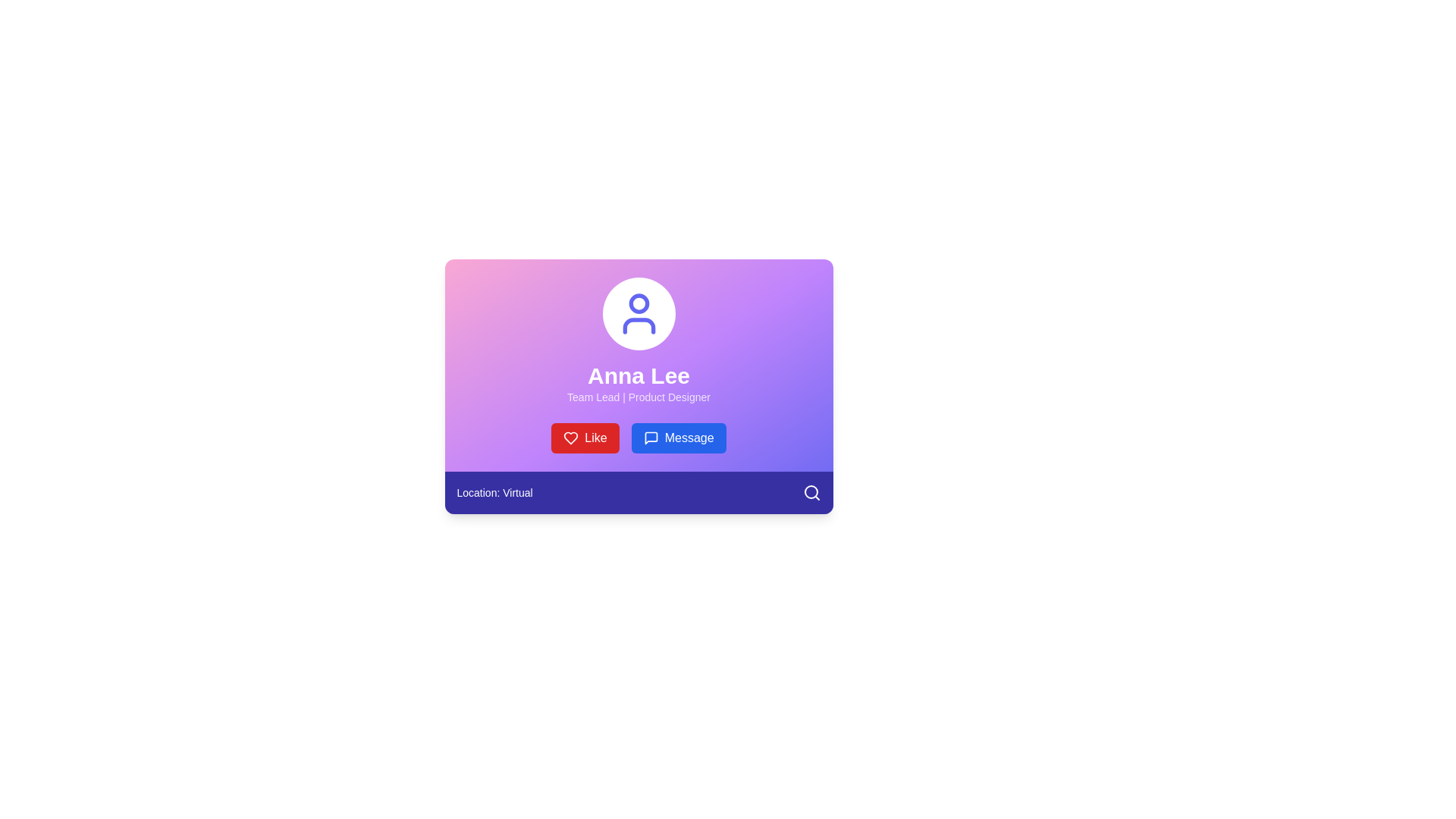 The height and width of the screenshot is (819, 1456). What do you see at coordinates (585, 438) in the screenshot?
I see `the red rectangular 'Like' button with rounded corners that has a heart icon on its left side to like the content` at bounding box center [585, 438].